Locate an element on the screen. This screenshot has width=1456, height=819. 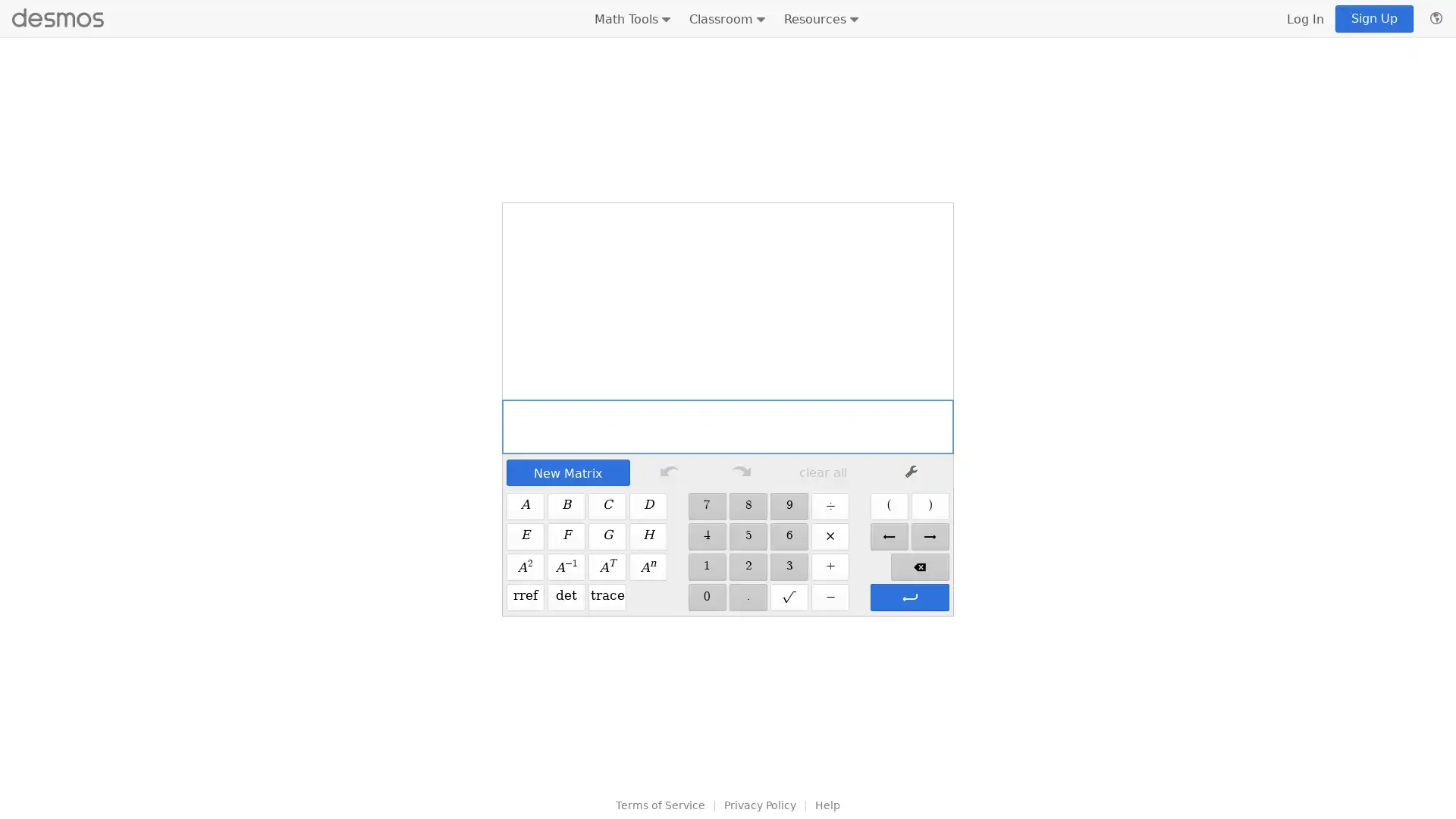
Reduced row echelon form is located at coordinates (525, 596).